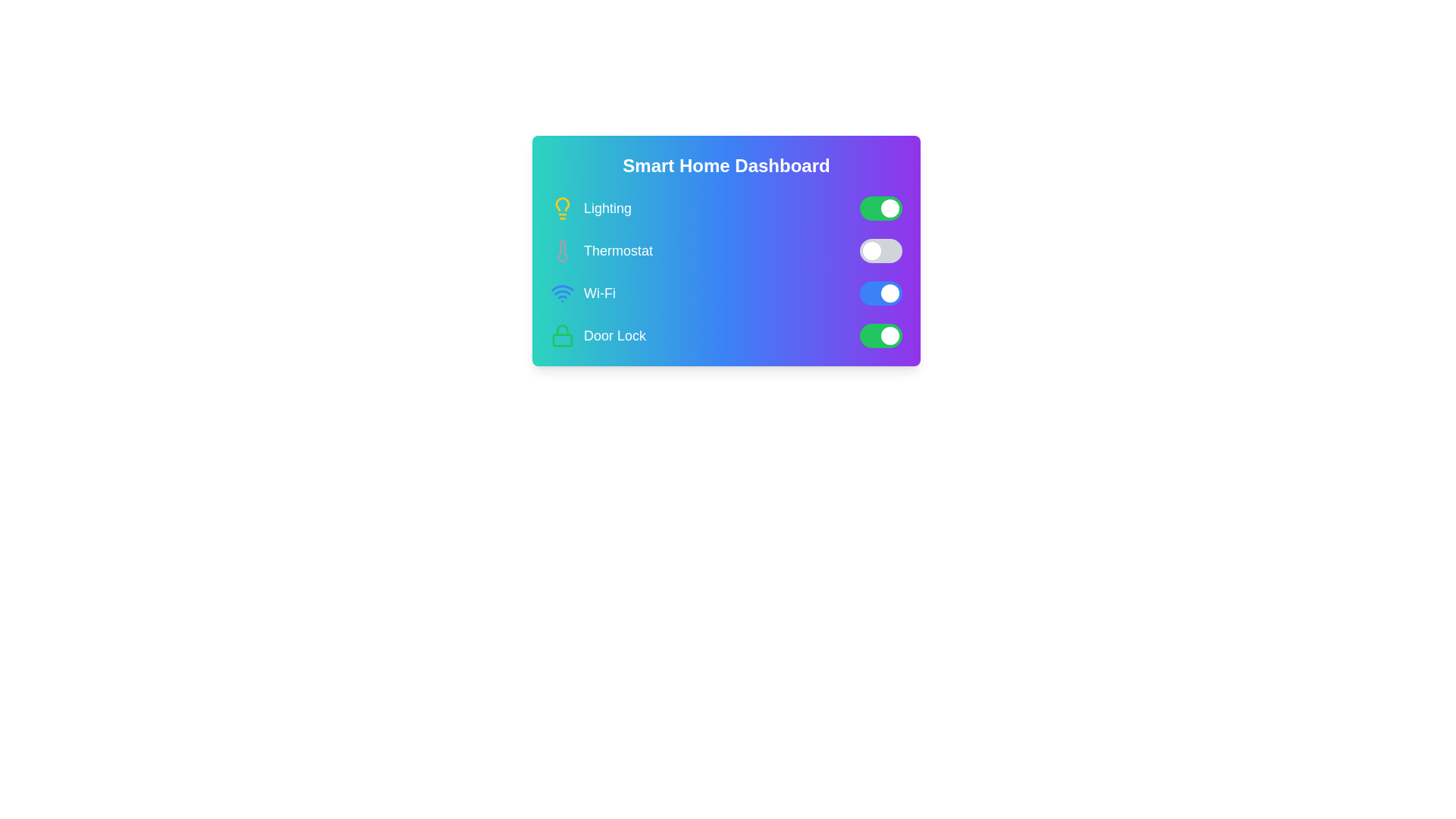  I want to click on label text 'Lighting' from the composite UI component consisting of a yellow lightbulb icon and the text, located in the first row of the Smart Home Dashboard, so click(590, 208).